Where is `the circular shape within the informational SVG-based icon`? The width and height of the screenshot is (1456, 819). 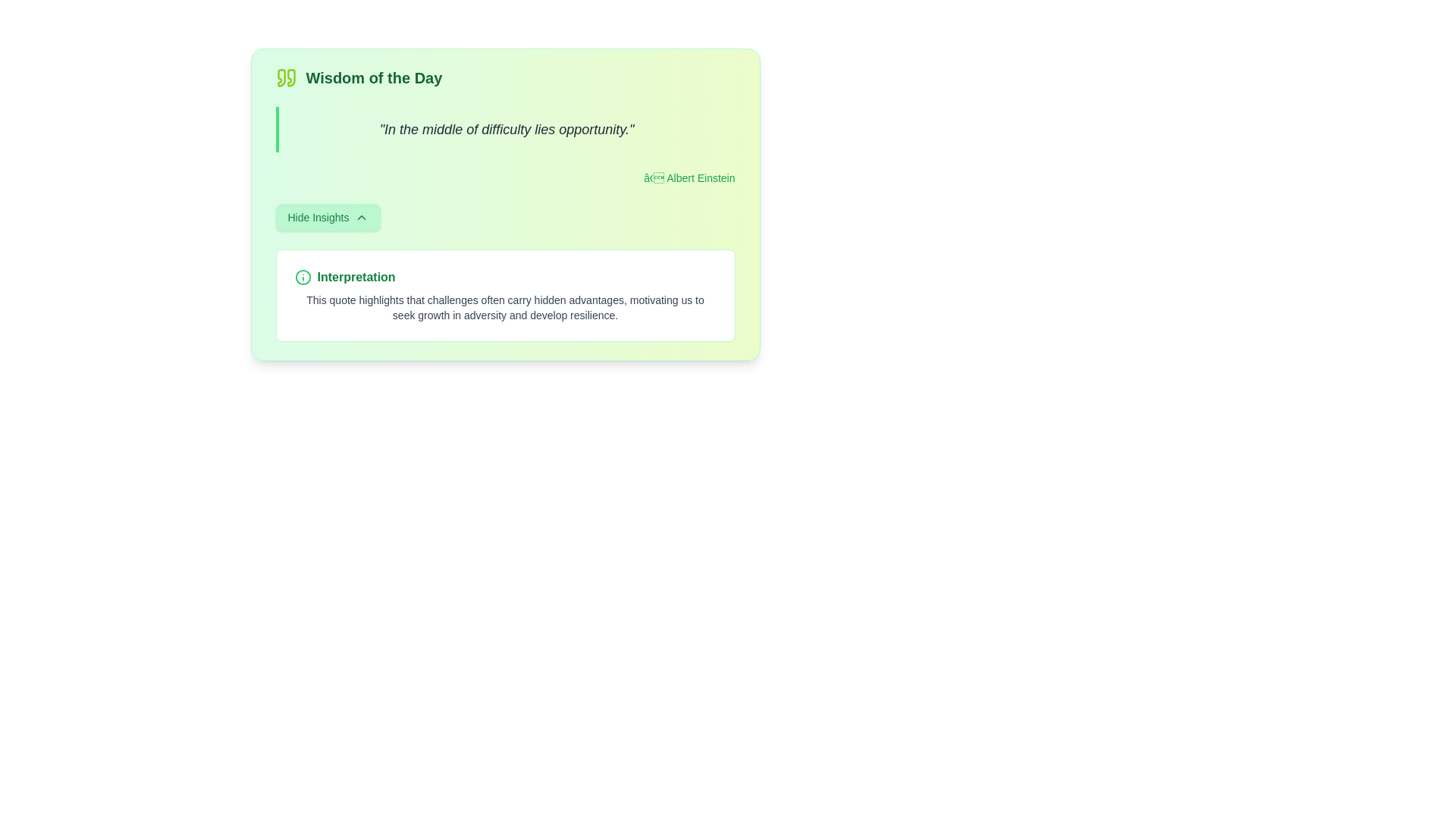 the circular shape within the informational SVG-based icon is located at coordinates (303, 278).